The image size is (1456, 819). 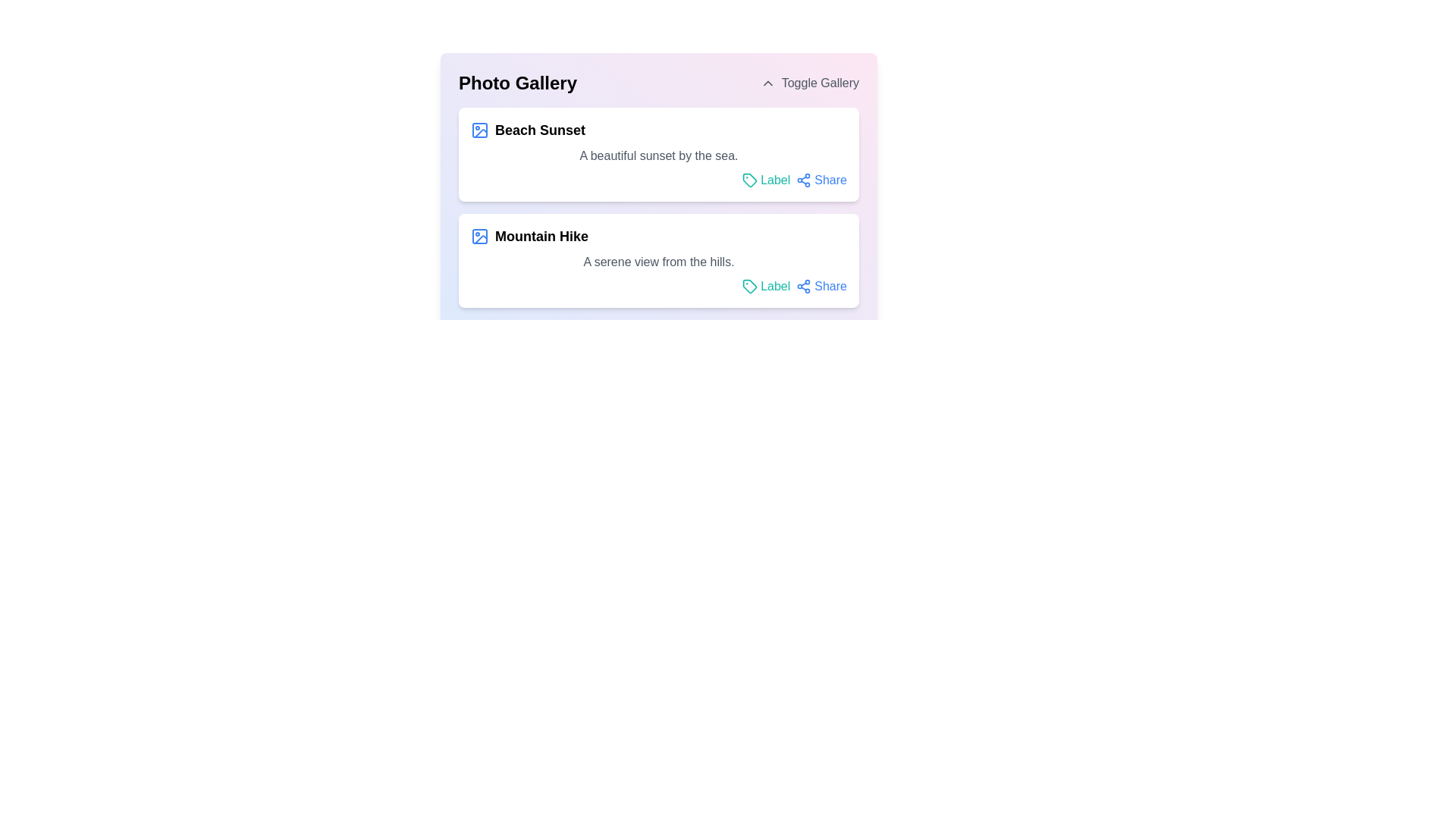 I want to click on the decorative tag icon located to the left of the 'Label' button for the 'Beach Sunset' item in the gallery list, so click(x=750, y=180).